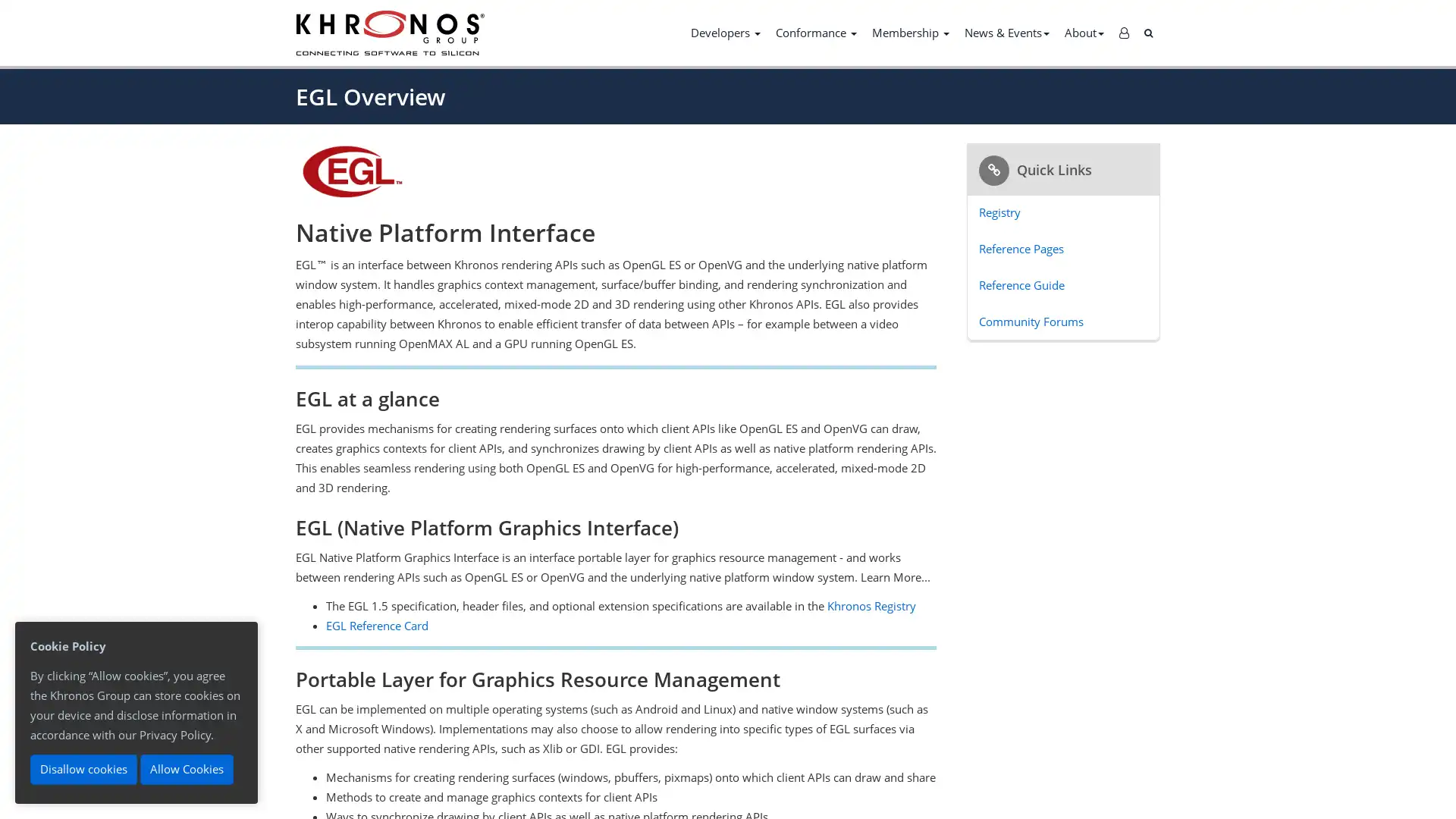 This screenshot has height=819, width=1456. Describe the element at coordinates (83, 769) in the screenshot. I see `Disallow cookies` at that location.